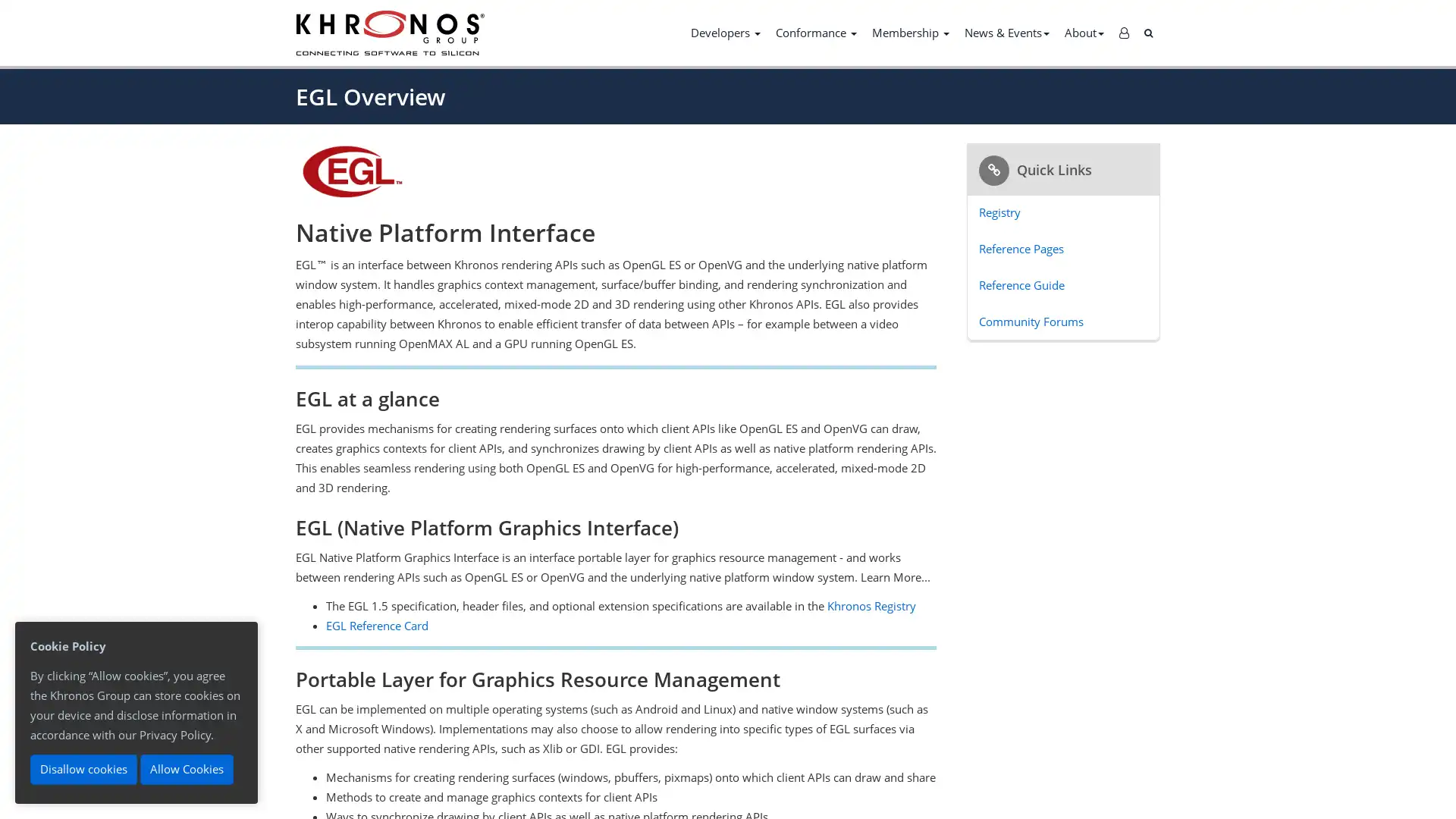 This screenshot has height=819, width=1456. Describe the element at coordinates (83, 769) in the screenshot. I see `Disallow cookies` at that location.